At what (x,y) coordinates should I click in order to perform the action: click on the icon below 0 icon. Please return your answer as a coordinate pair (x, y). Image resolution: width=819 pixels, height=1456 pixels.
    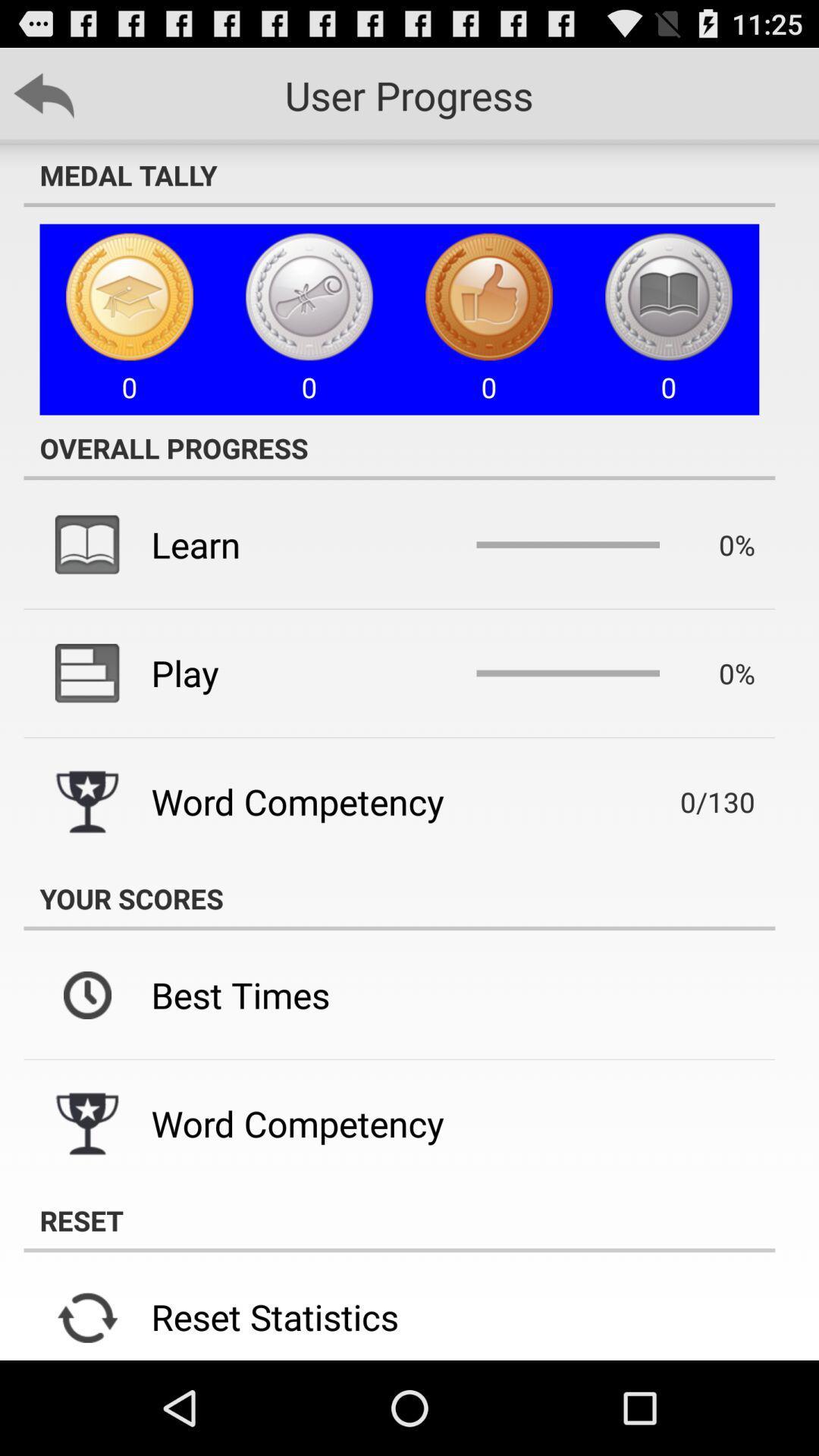
    Looking at the image, I should click on (398, 447).